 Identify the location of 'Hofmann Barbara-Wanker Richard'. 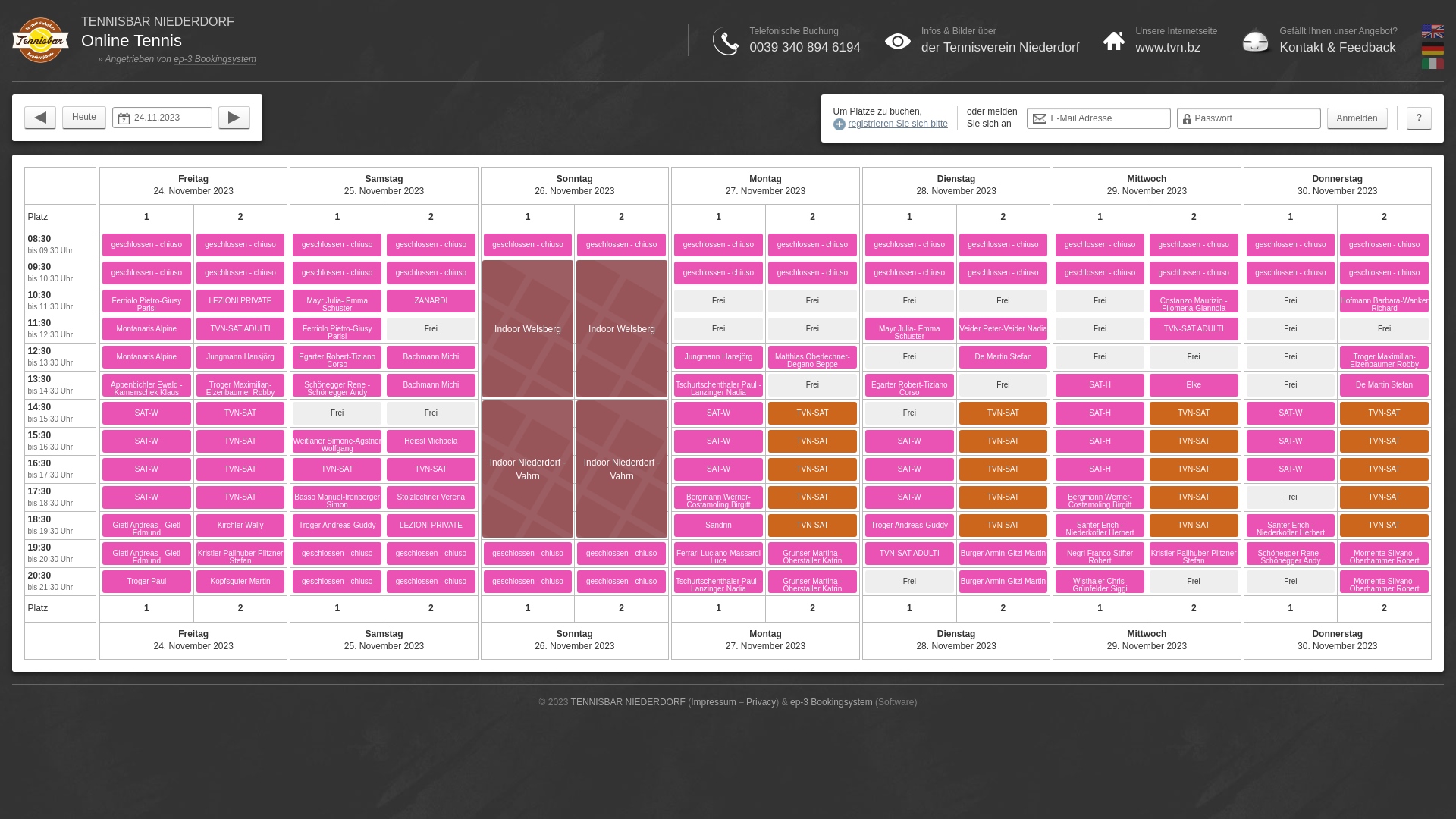
(1339, 301).